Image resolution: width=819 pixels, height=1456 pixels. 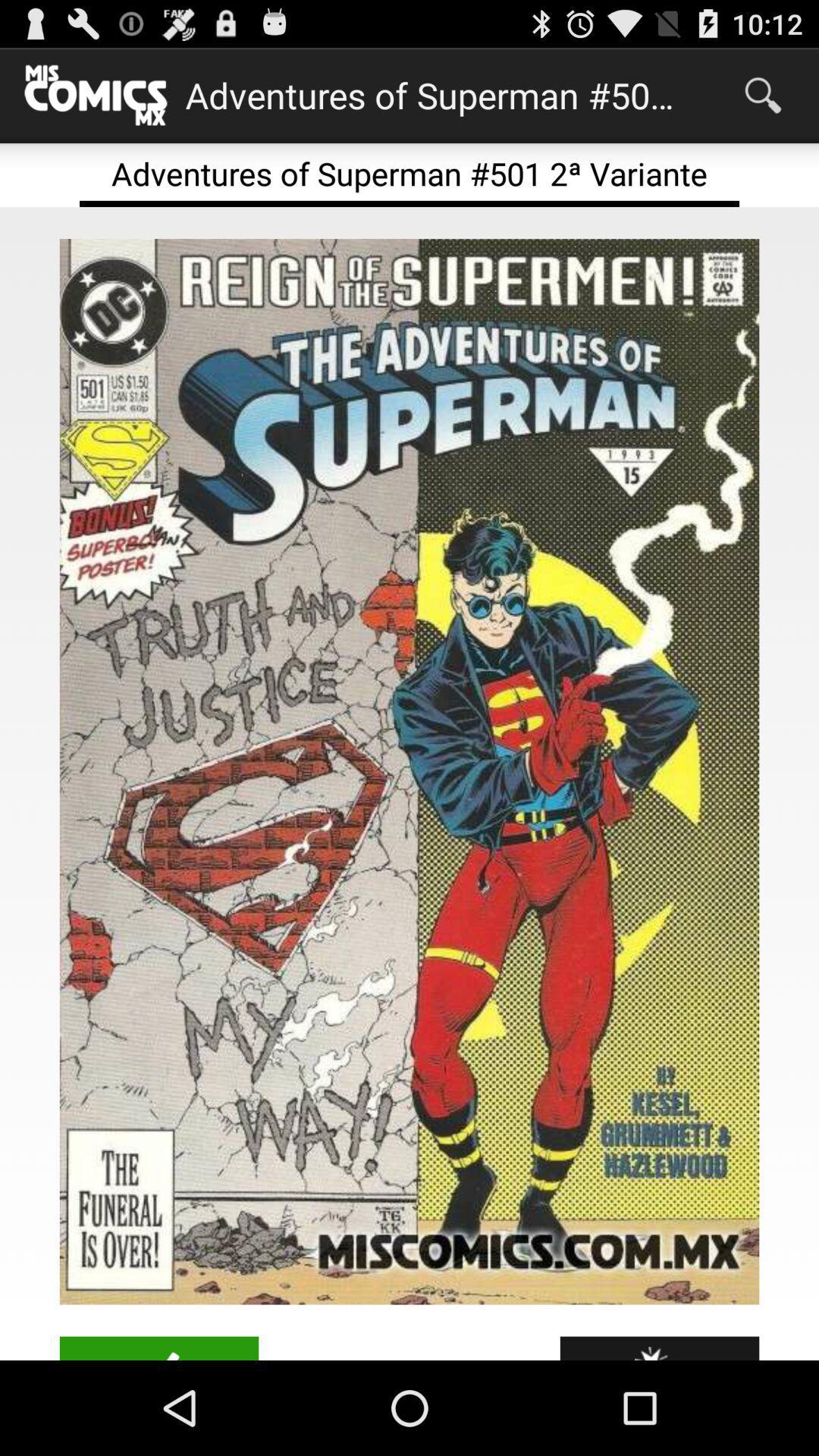 I want to click on creat message, so click(x=158, y=1348).